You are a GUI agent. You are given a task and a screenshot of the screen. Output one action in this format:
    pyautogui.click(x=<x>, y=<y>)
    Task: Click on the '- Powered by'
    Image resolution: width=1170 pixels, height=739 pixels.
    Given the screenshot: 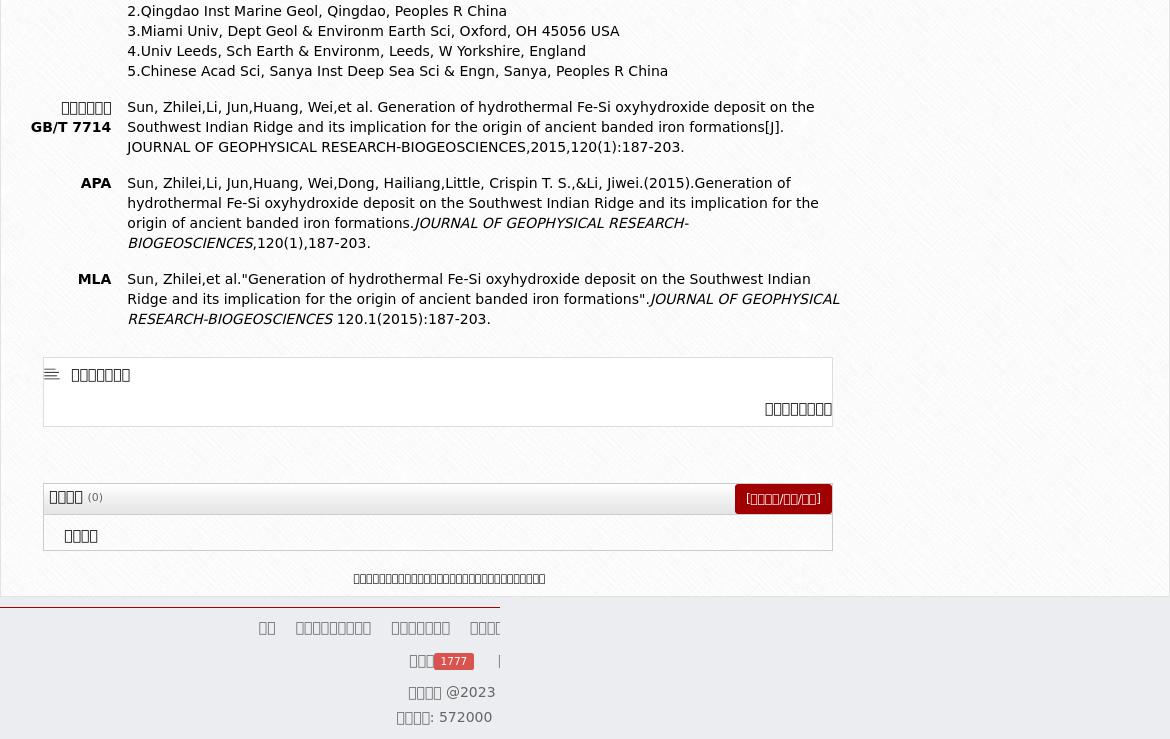 What is the action you would take?
    pyautogui.click(x=675, y=689)
    